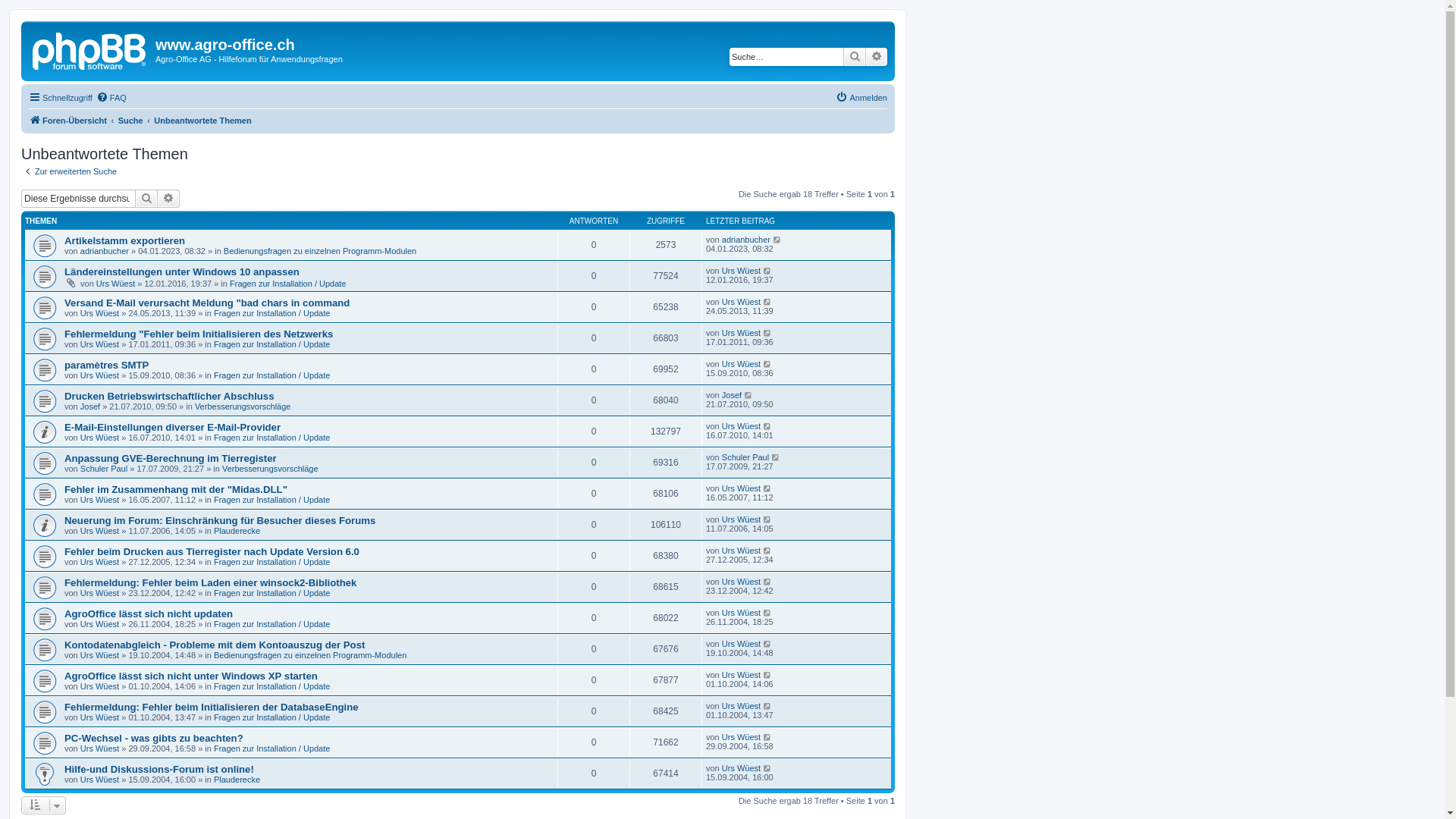  What do you see at coordinates (271, 438) in the screenshot?
I see `'Fragen zur Installation / Update'` at bounding box center [271, 438].